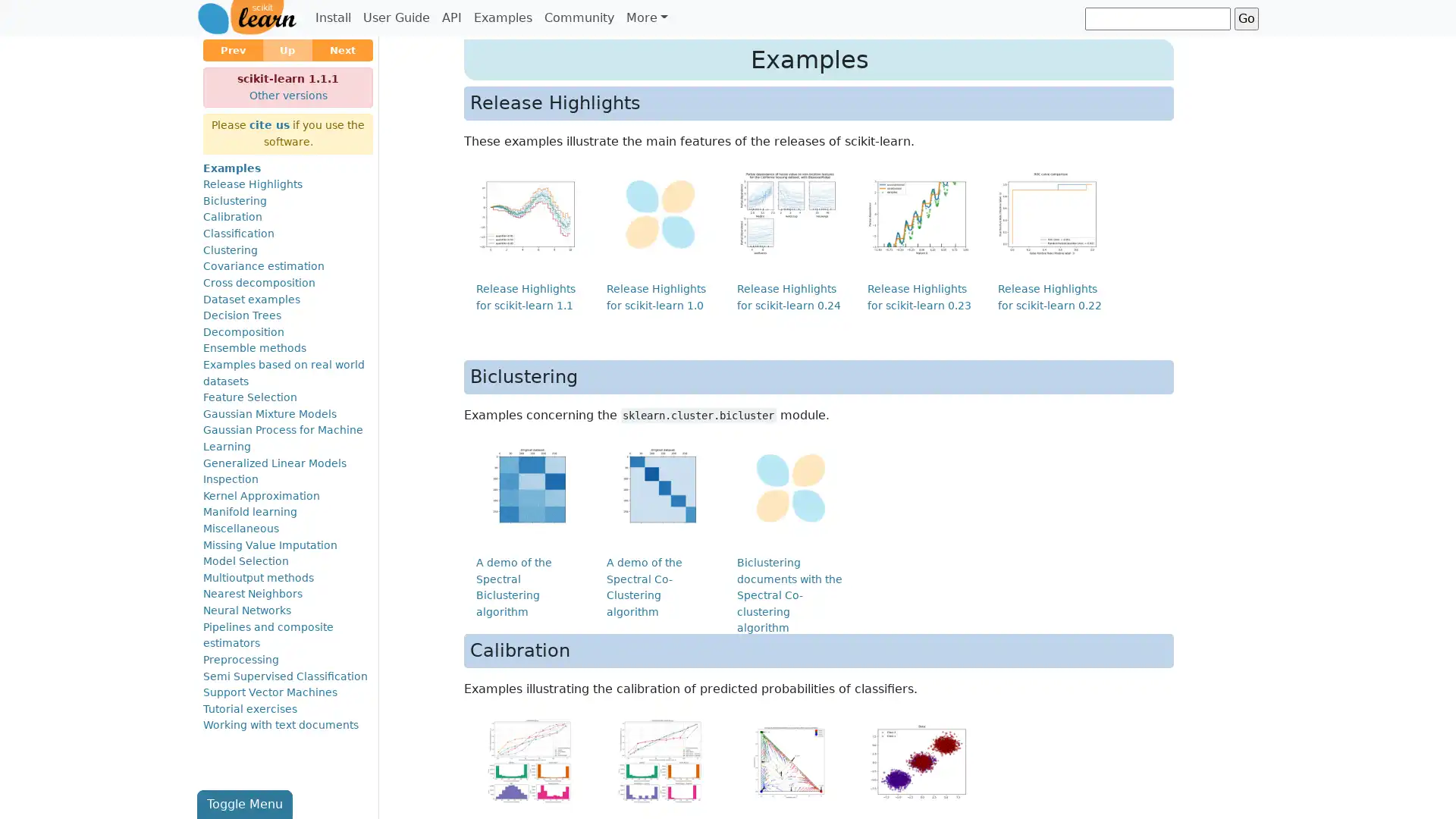 The image size is (1456, 819). Describe the element at coordinates (232, 49) in the screenshot. I see `Prev` at that location.